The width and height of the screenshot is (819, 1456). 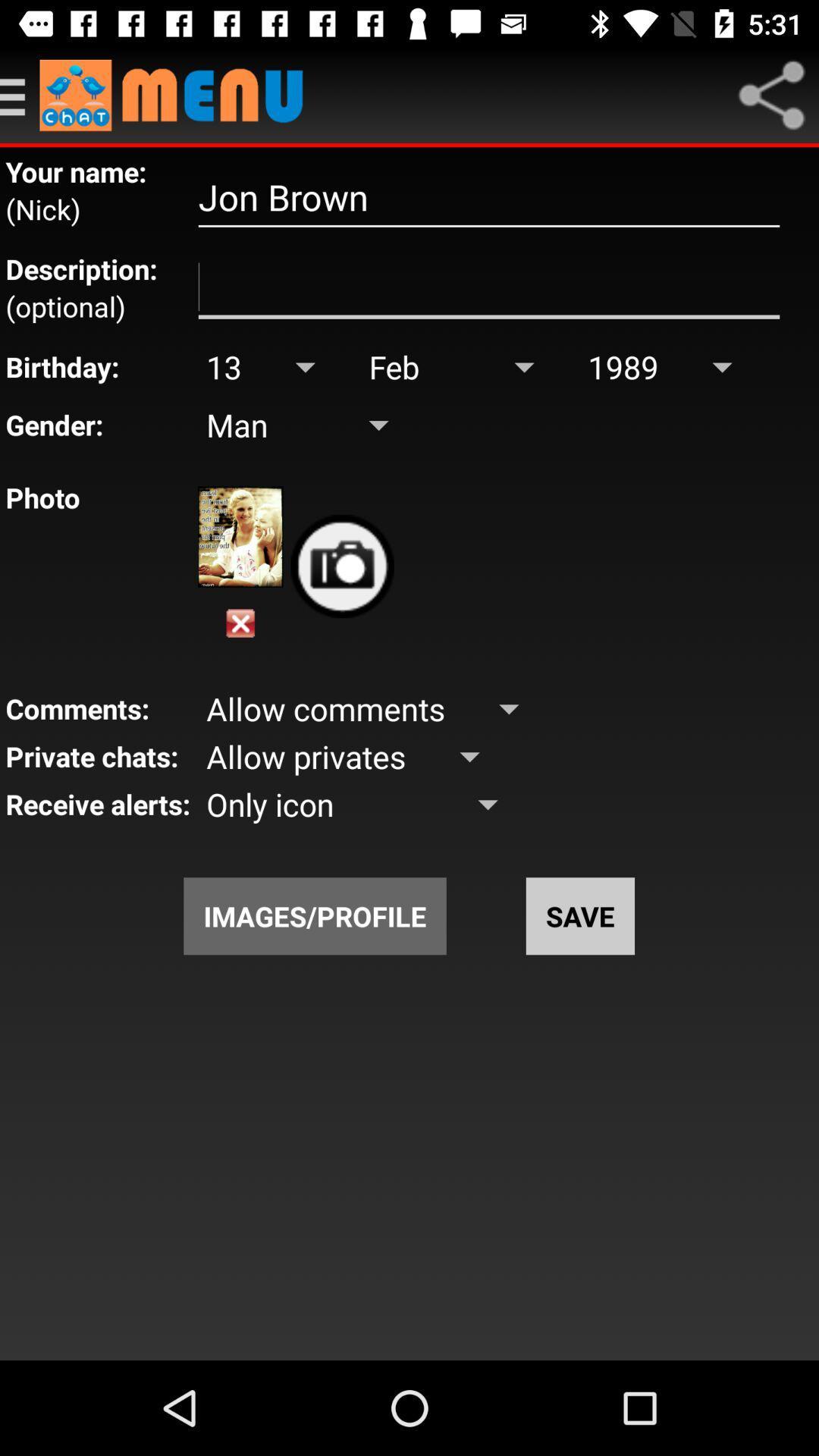 I want to click on menu pega, so click(x=20, y=94).